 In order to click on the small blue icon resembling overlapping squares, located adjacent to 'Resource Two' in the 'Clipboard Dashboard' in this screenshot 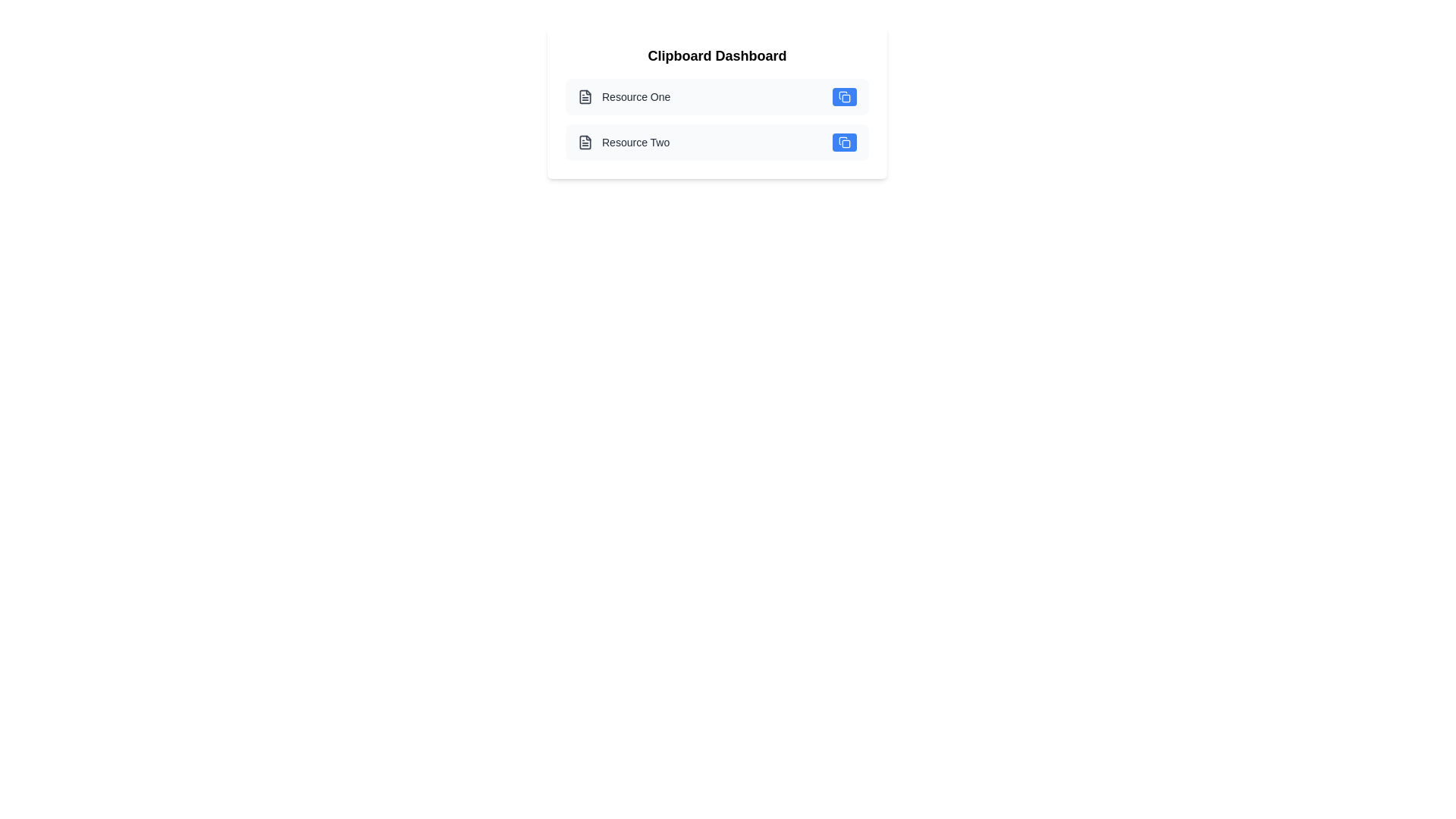, I will do `click(843, 143)`.